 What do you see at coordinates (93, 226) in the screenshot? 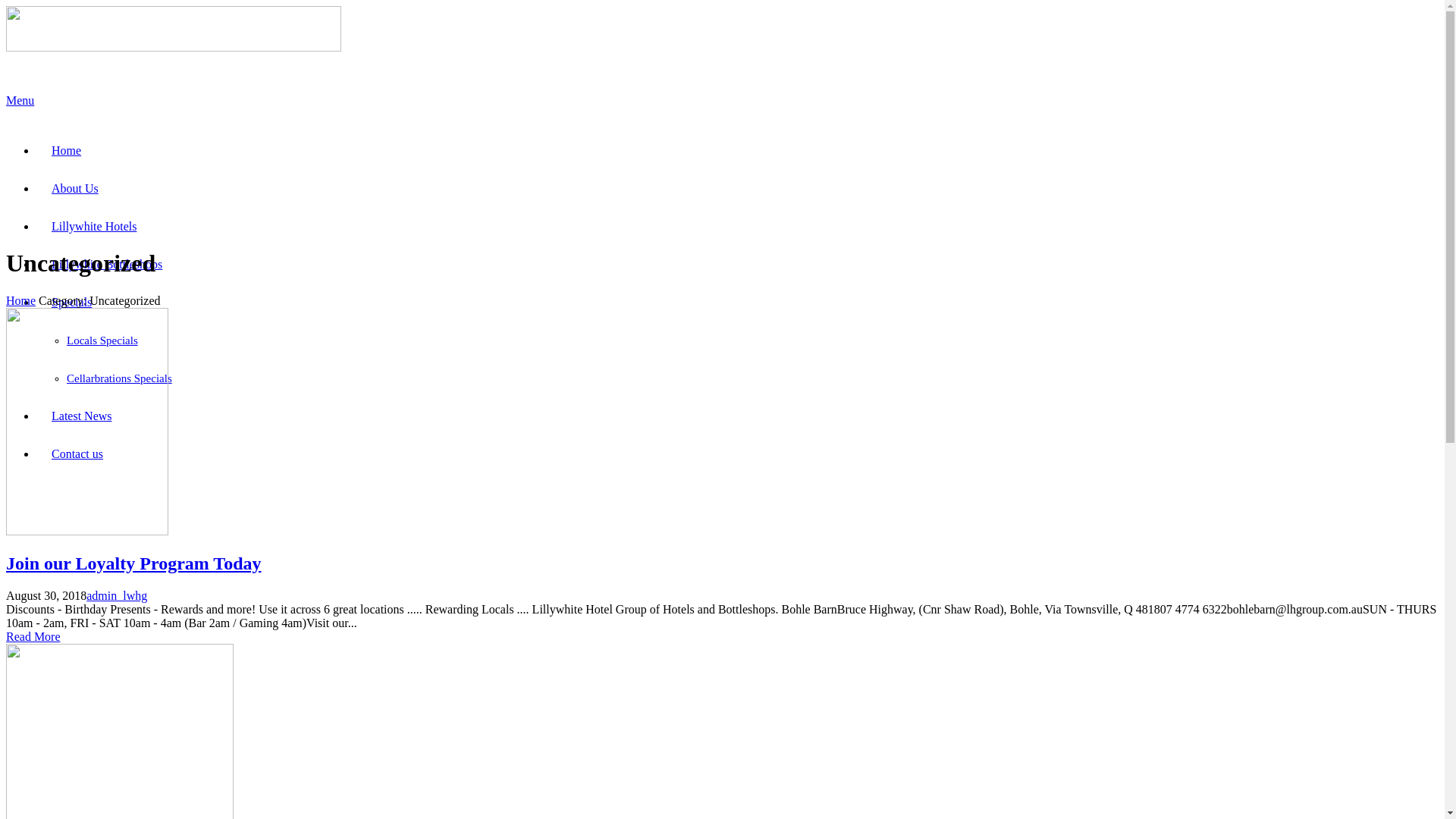
I see `'Lillywhite Hotels'` at bounding box center [93, 226].